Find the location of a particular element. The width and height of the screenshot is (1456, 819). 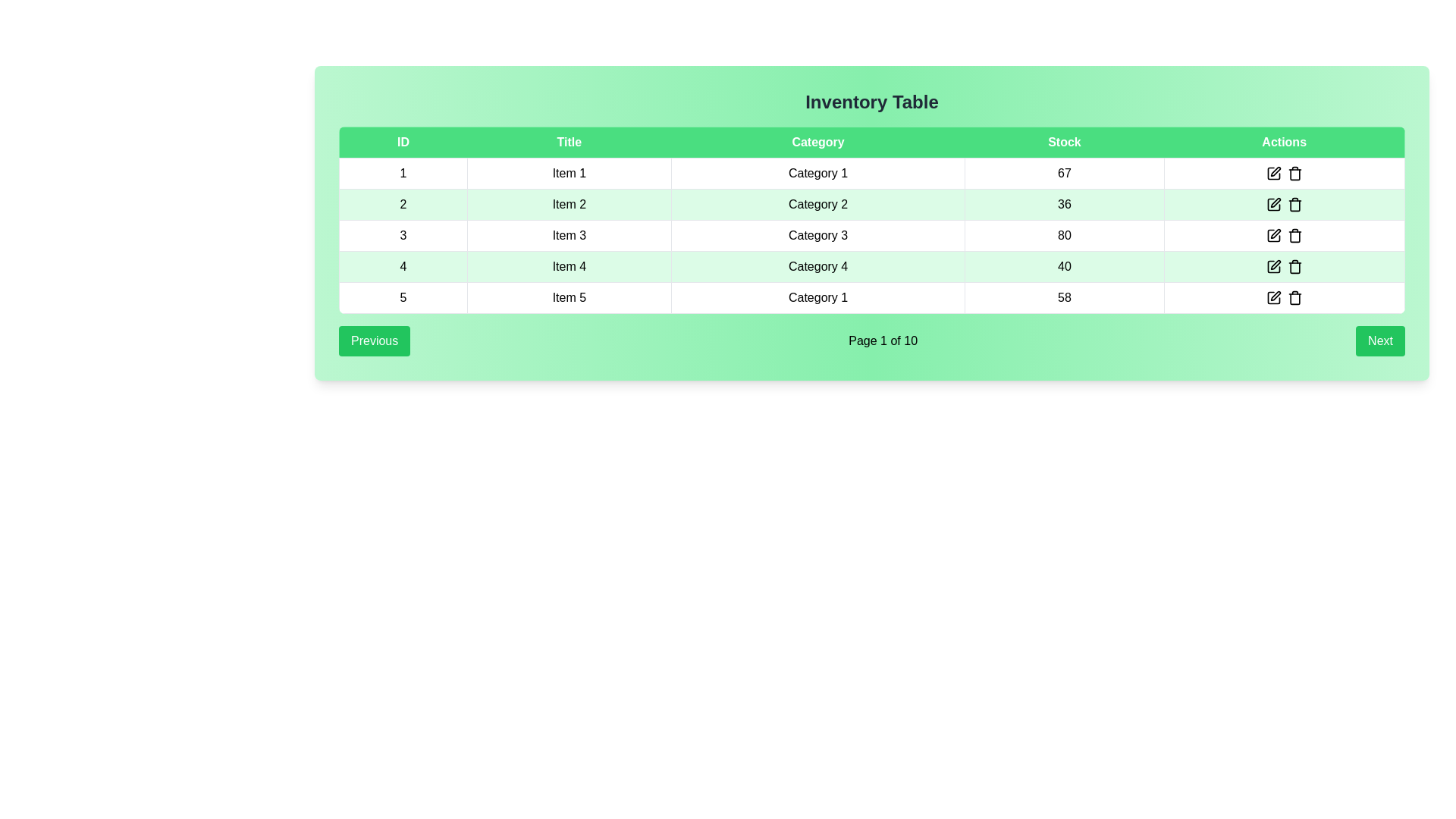

the edit button icon resembling a pen or pencil located in the fourth row of the 'Actions' column within the data table is located at coordinates (1273, 236).